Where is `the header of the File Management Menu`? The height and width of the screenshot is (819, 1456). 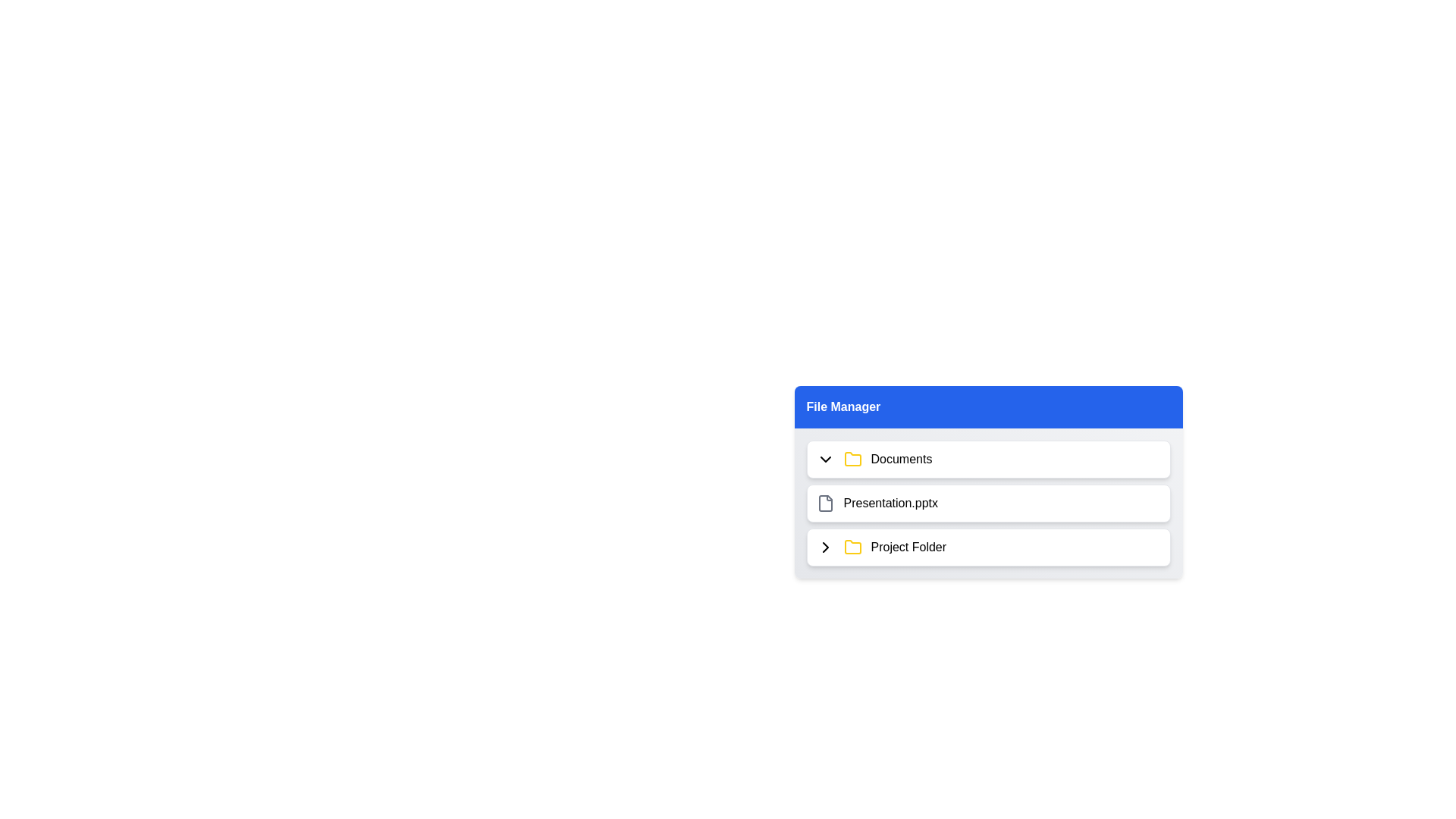
the header of the File Management Menu is located at coordinates (988, 406).